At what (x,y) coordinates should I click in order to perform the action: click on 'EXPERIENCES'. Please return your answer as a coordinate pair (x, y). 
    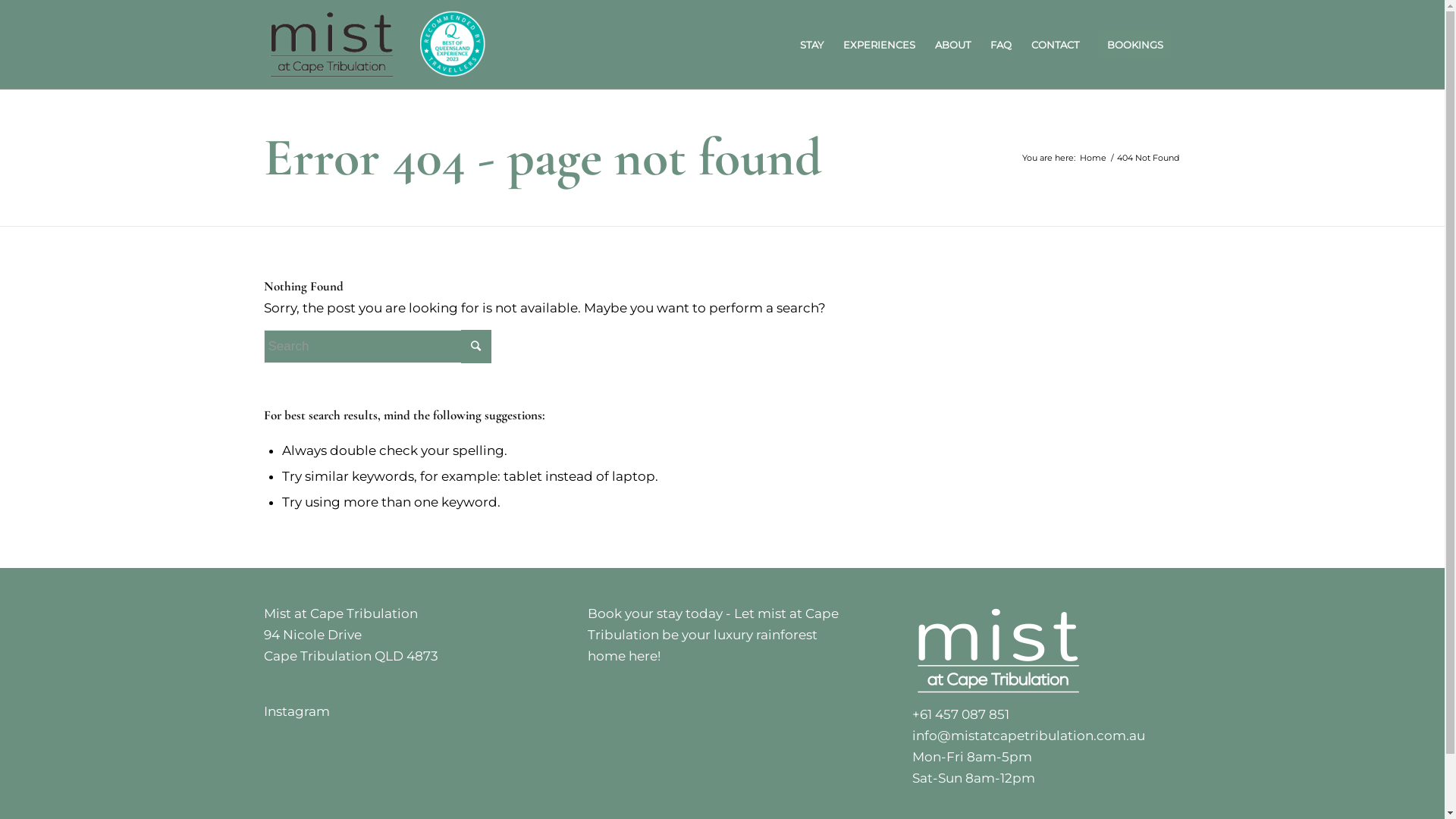
    Looking at the image, I should click on (878, 43).